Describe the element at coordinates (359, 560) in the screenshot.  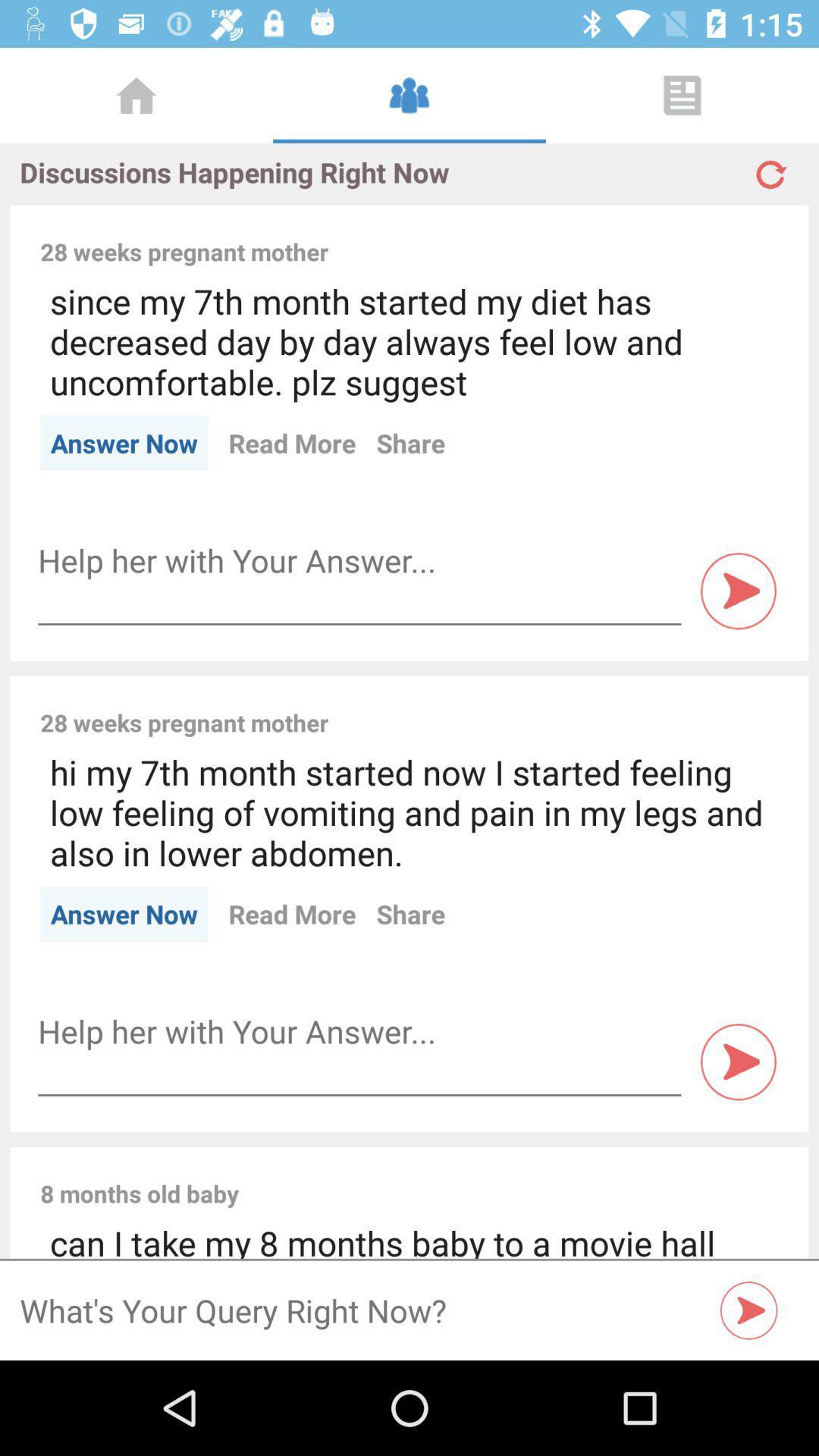
I see `write the answer and go to the next` at that location.